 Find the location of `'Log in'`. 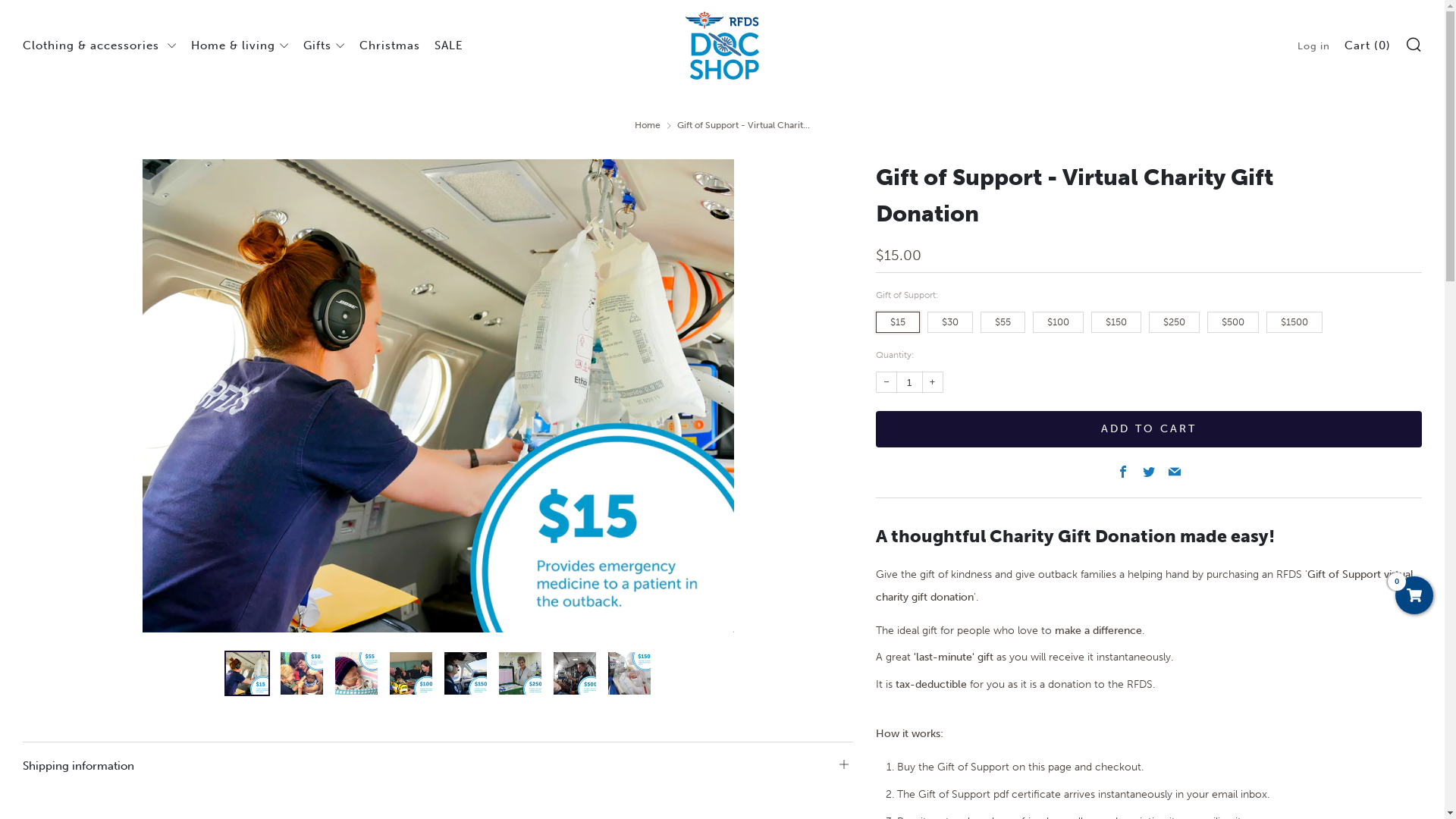

'Log in' is located at coordinates (1296, 45).